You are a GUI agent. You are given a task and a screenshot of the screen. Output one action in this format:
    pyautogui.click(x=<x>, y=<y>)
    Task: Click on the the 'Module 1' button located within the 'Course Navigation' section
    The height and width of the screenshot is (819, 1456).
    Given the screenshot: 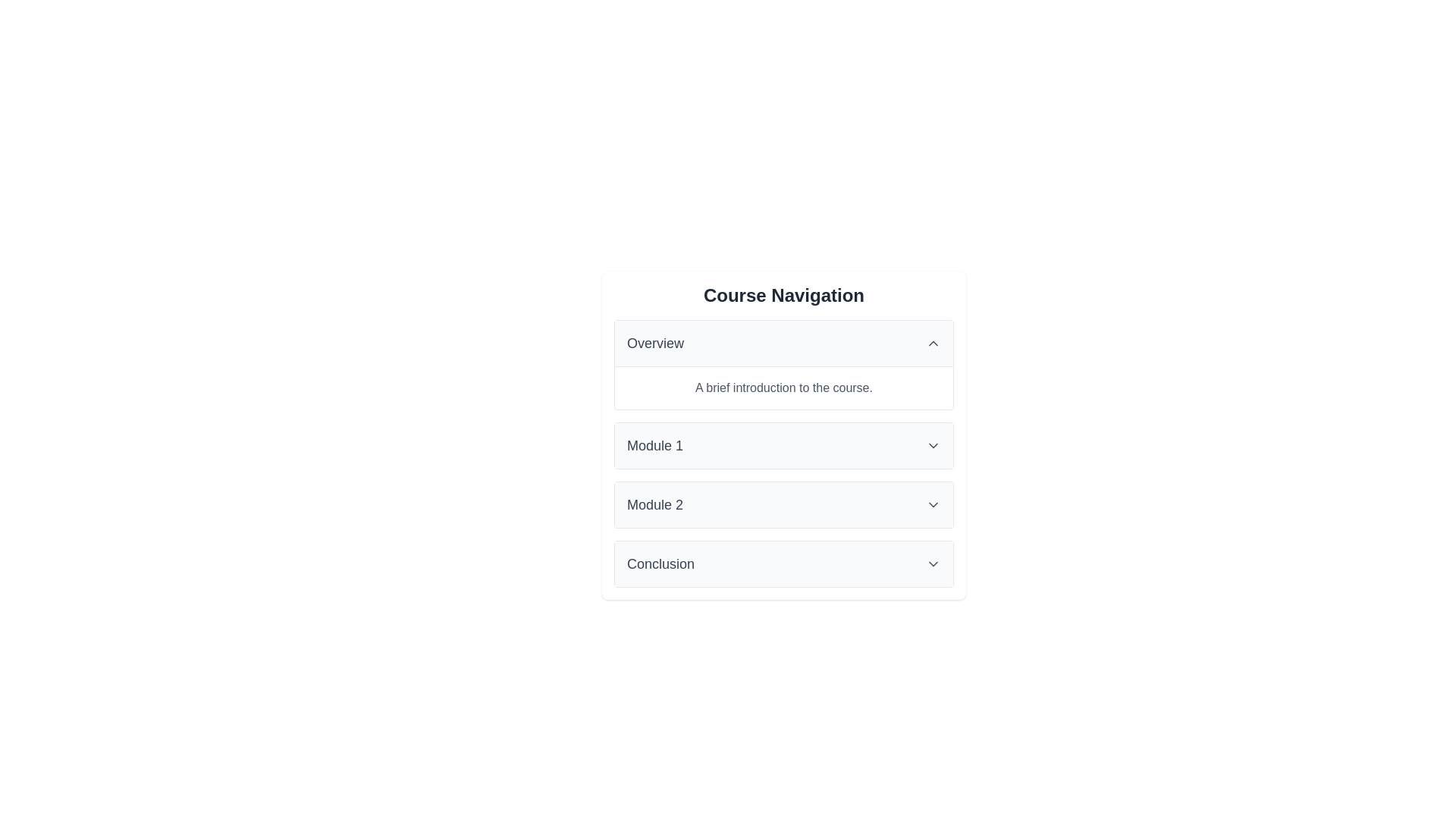 What is the action you would take?
    pyautogui.click(x=783, y=444)
    